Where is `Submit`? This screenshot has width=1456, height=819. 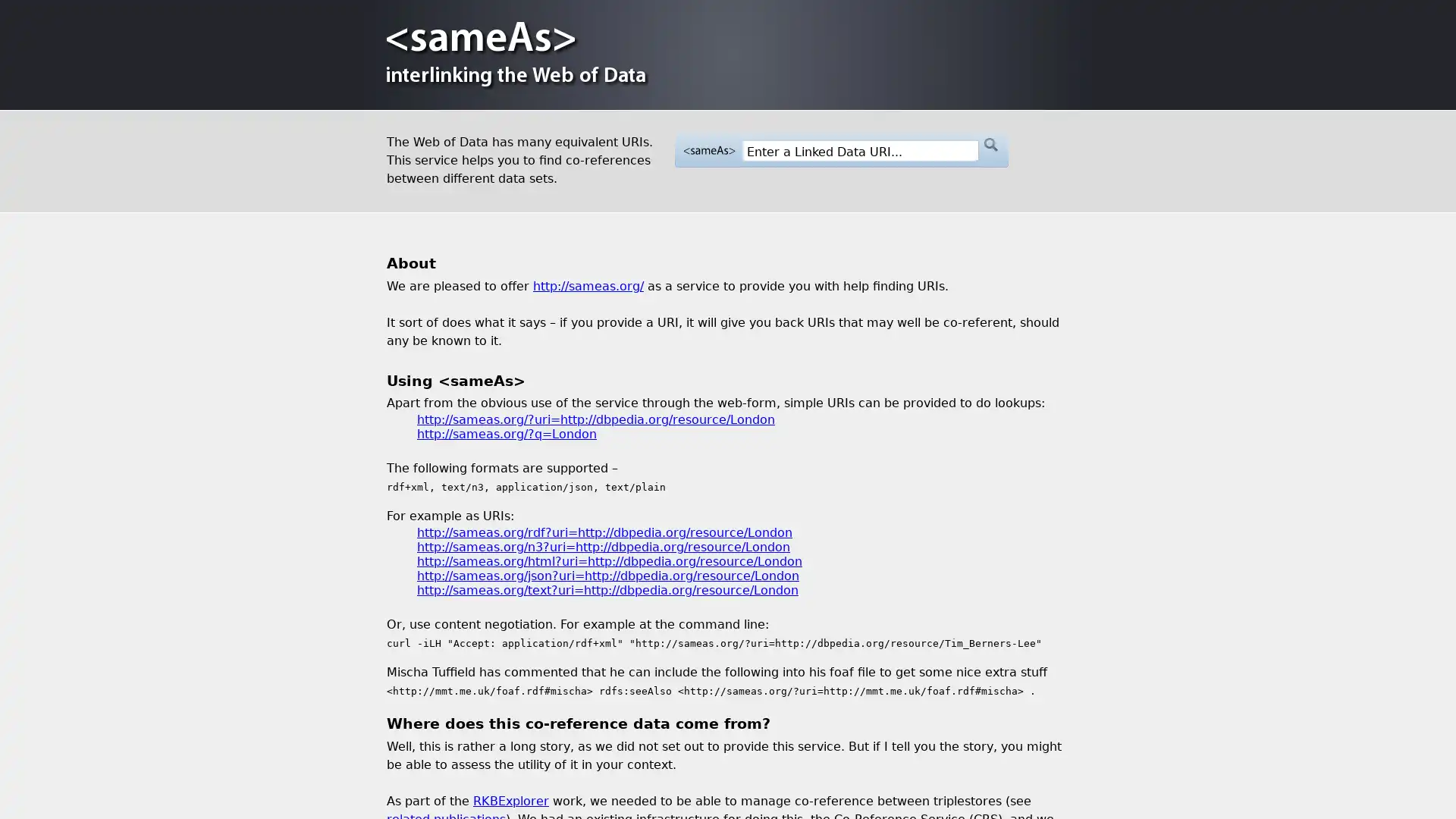
Submit is located at coordinates (990, 145).